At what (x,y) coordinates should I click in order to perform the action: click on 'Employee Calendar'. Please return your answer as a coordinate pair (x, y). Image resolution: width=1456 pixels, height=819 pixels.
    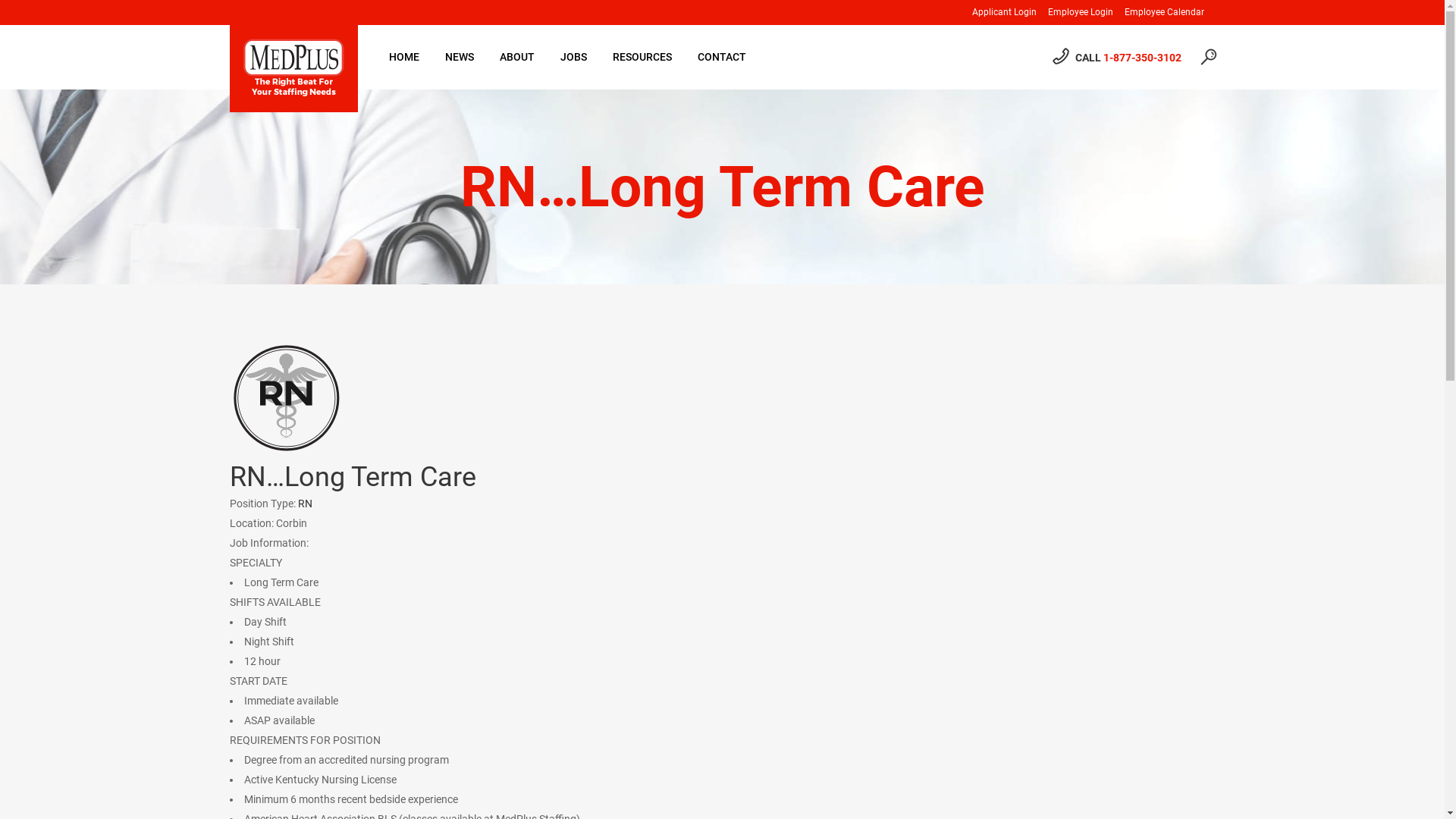
    Looking at the image, I should click on (1157, 12).